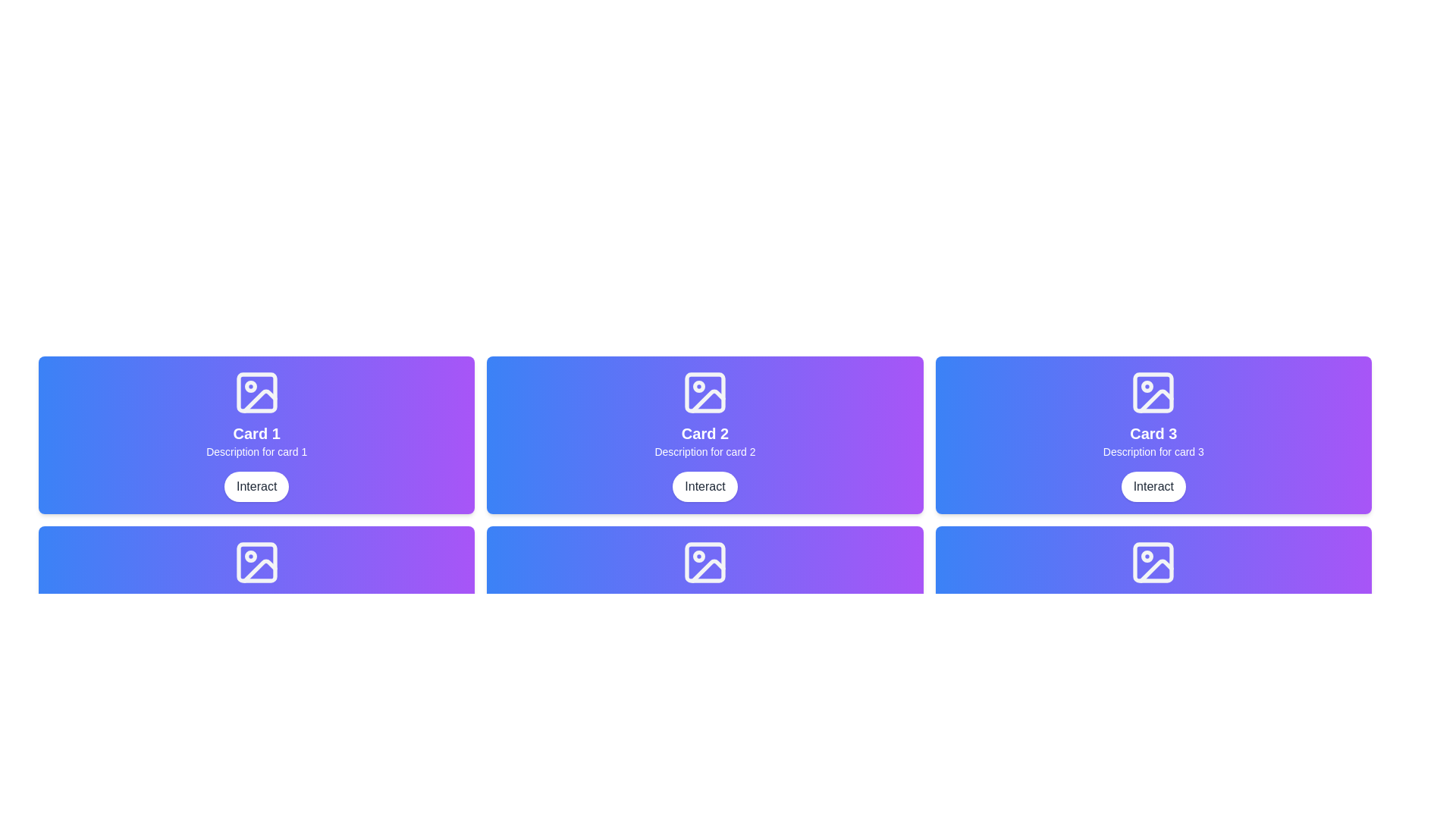 The height and width of the screenshot is (819, 1456). Describe the element at coordinates (1153, 433) in the screenshot. I see `the title/header text for 'Card 3', which is located at the top-center of the card, visually distinguishing it from other cards` at that location.